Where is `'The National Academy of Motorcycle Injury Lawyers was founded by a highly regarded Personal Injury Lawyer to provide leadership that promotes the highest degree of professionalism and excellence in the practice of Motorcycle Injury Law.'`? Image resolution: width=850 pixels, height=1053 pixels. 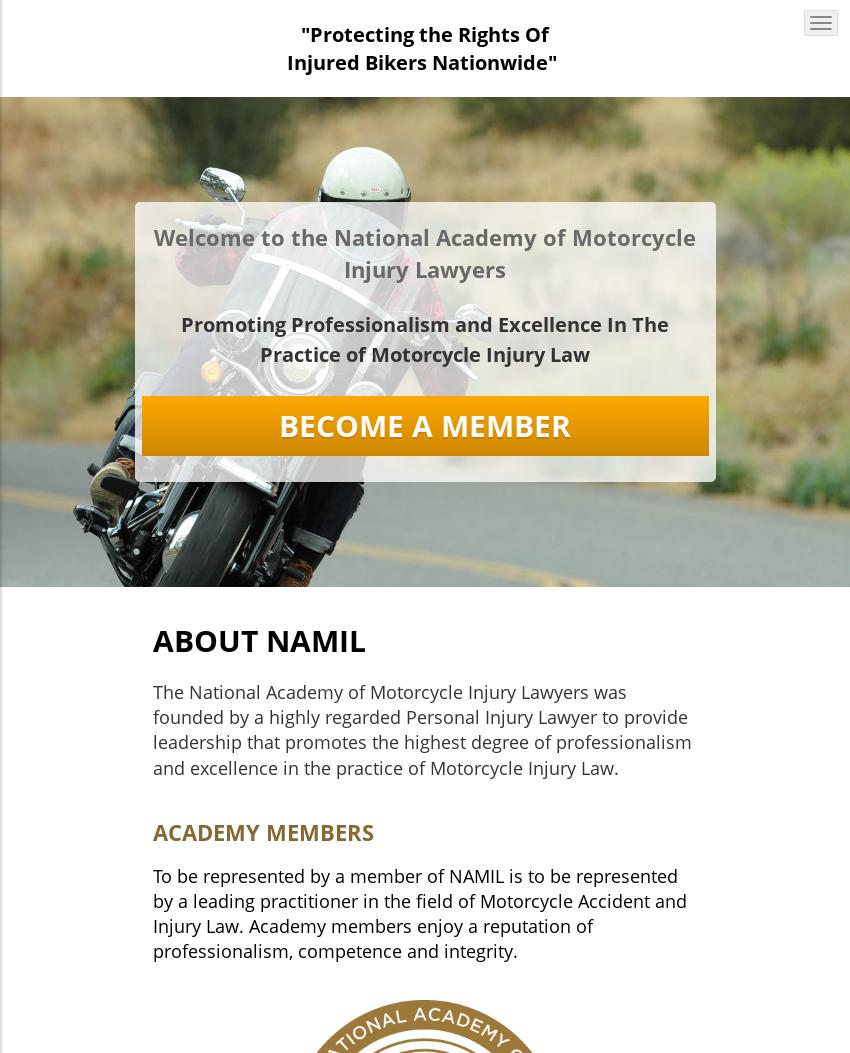 'The National Academy of Motorcycle Injury Lawyers was founded by a highly regarded Personal Injury Lawyer to provide leadership that promotes the highest degree of professionalism and excellence in the practice of Motorcycle Injury Law.' is located at coordinates (421, 728).